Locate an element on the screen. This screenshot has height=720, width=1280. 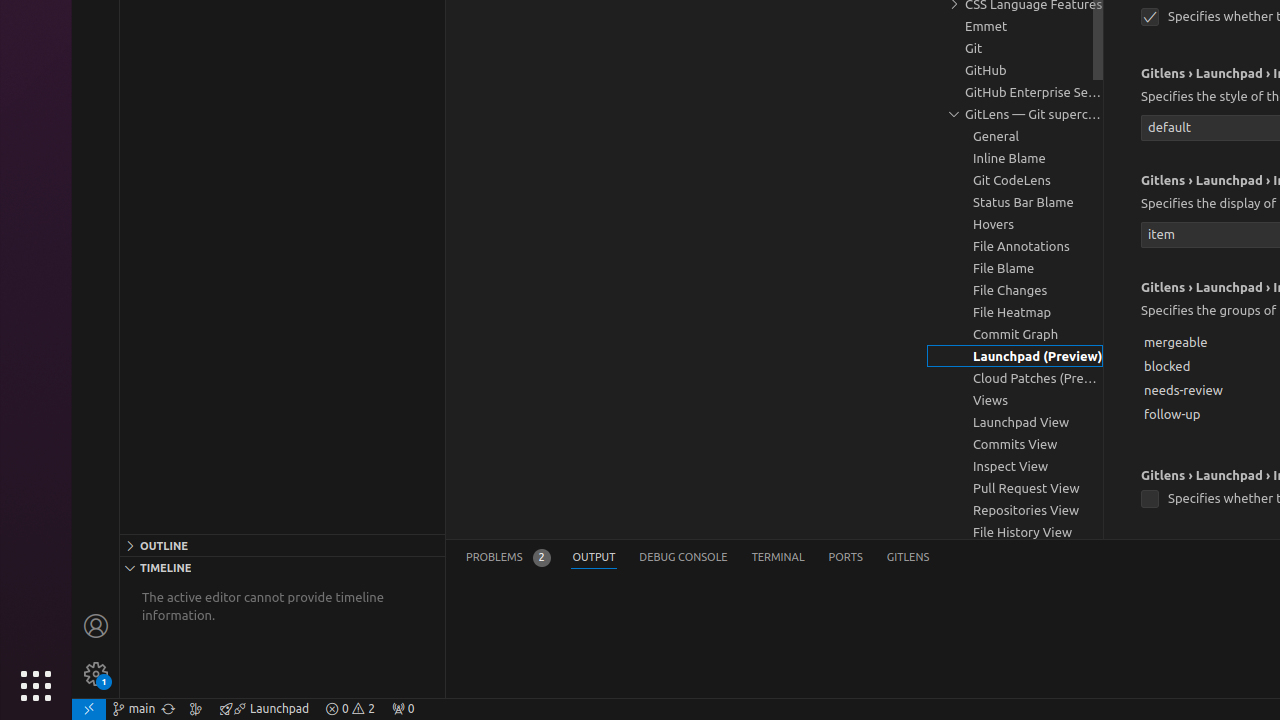
'GitLens' is located at coordinates (907, 557).